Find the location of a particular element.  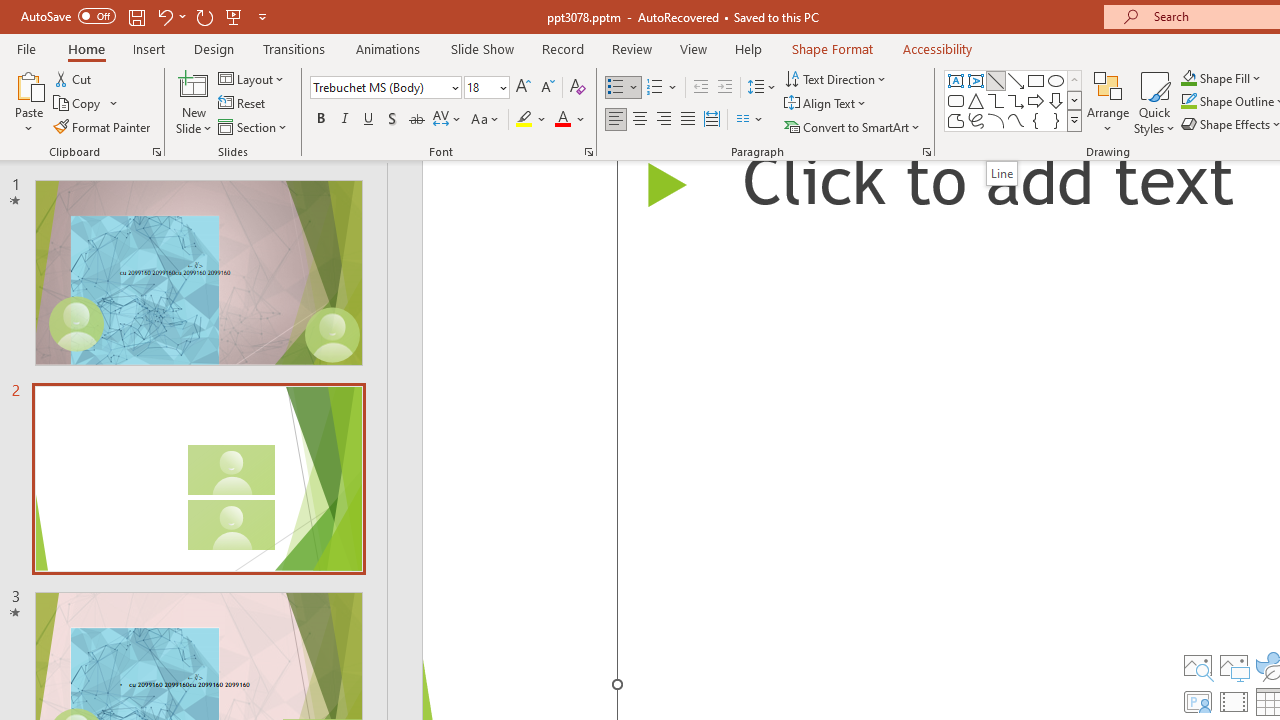

'Text Direction' is located at coordinates (837, 78).